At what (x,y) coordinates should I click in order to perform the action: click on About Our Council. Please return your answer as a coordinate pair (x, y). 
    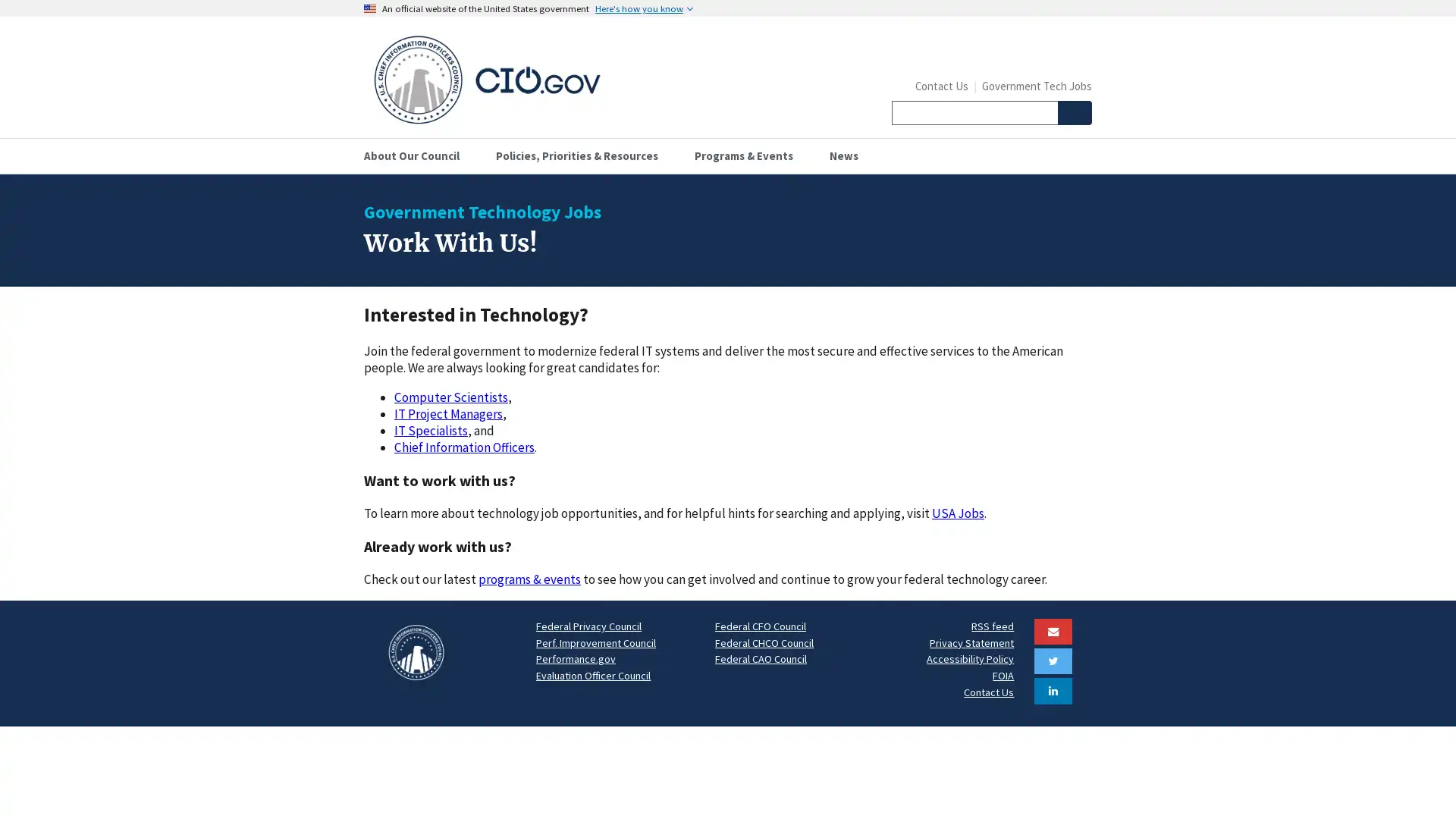
    Looking at the image, I should click on (418, 155).